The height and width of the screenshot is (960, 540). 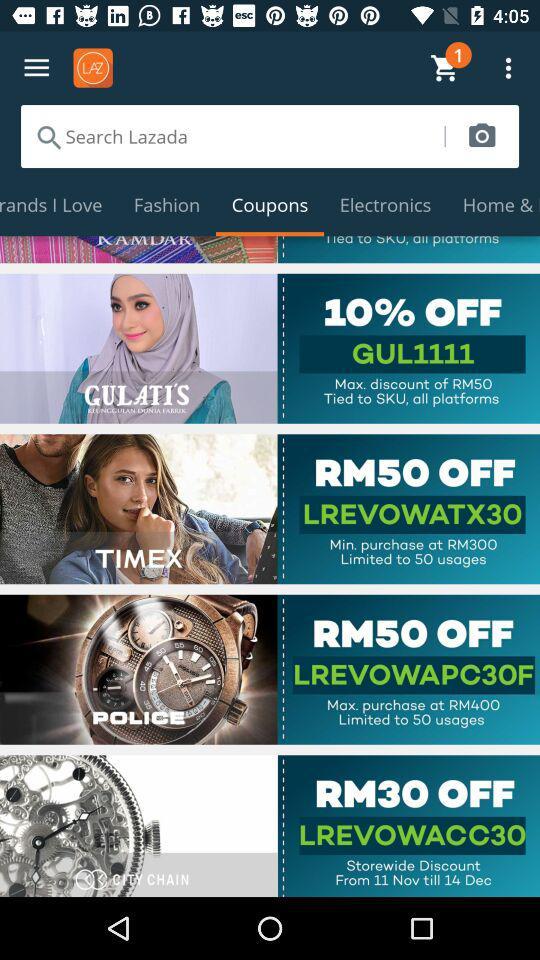 What do you see at coordinates (231, 135) in the screenshot?
I see `search lazada` at bounding box center [231, 135].